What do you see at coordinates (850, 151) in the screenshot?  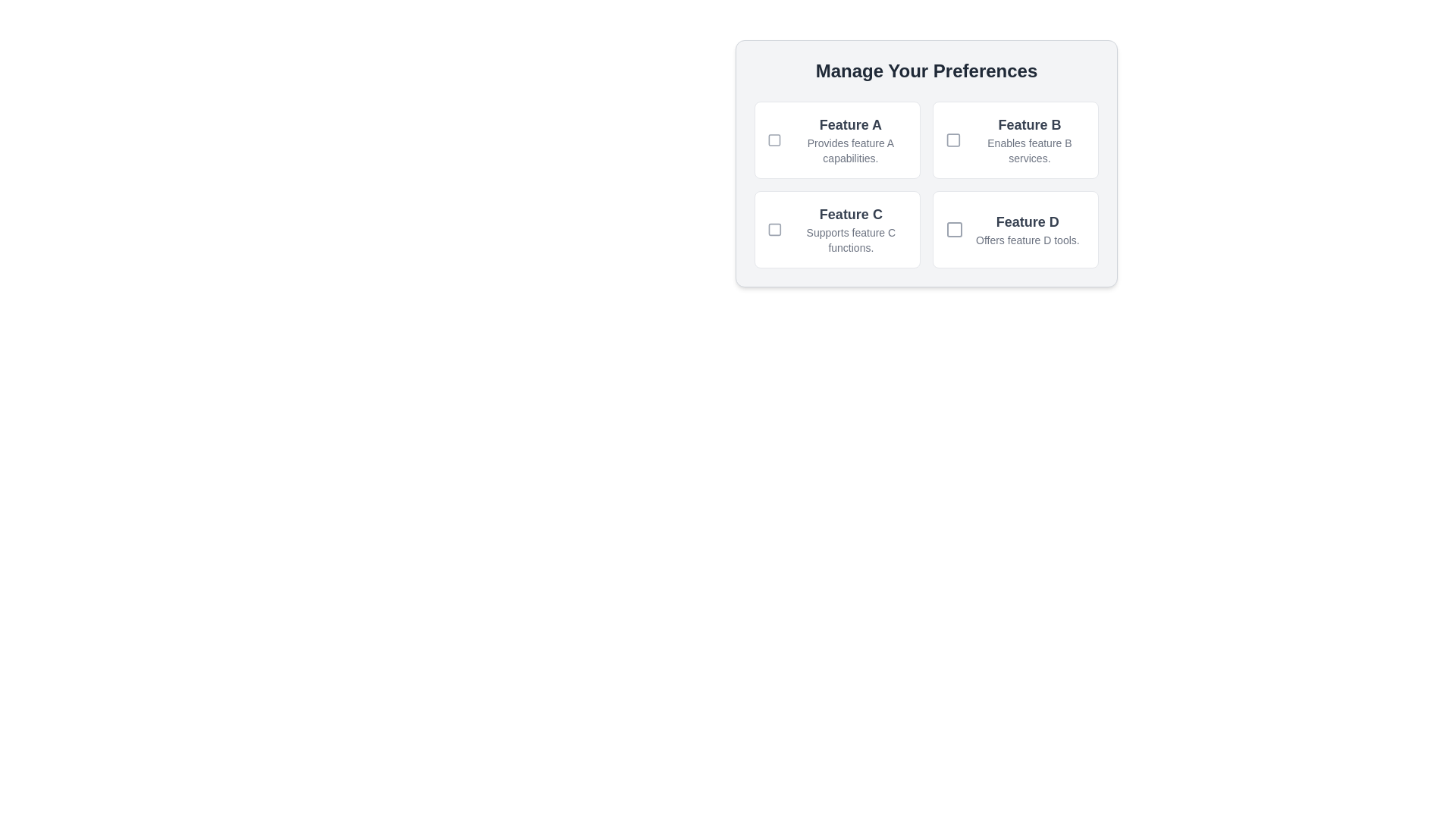 I see `the descriptive Text label that provides additional information about the selectable feature located beneath the title 'Feature A'` at bounding box center [850, 151].